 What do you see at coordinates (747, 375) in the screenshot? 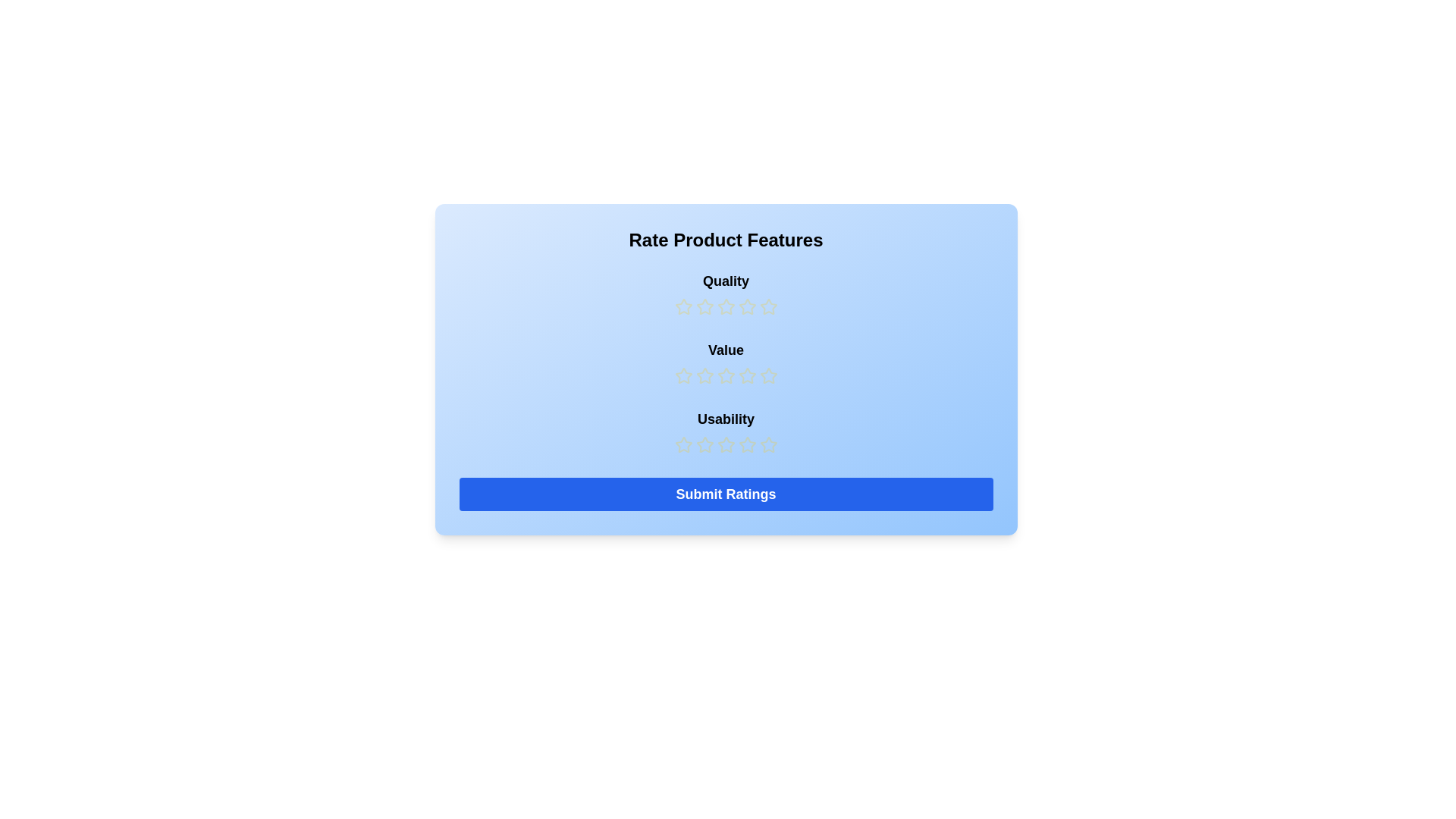
I see `the star corresponding to the 4 rating for 'Value'` at bounding box center [747, 375].